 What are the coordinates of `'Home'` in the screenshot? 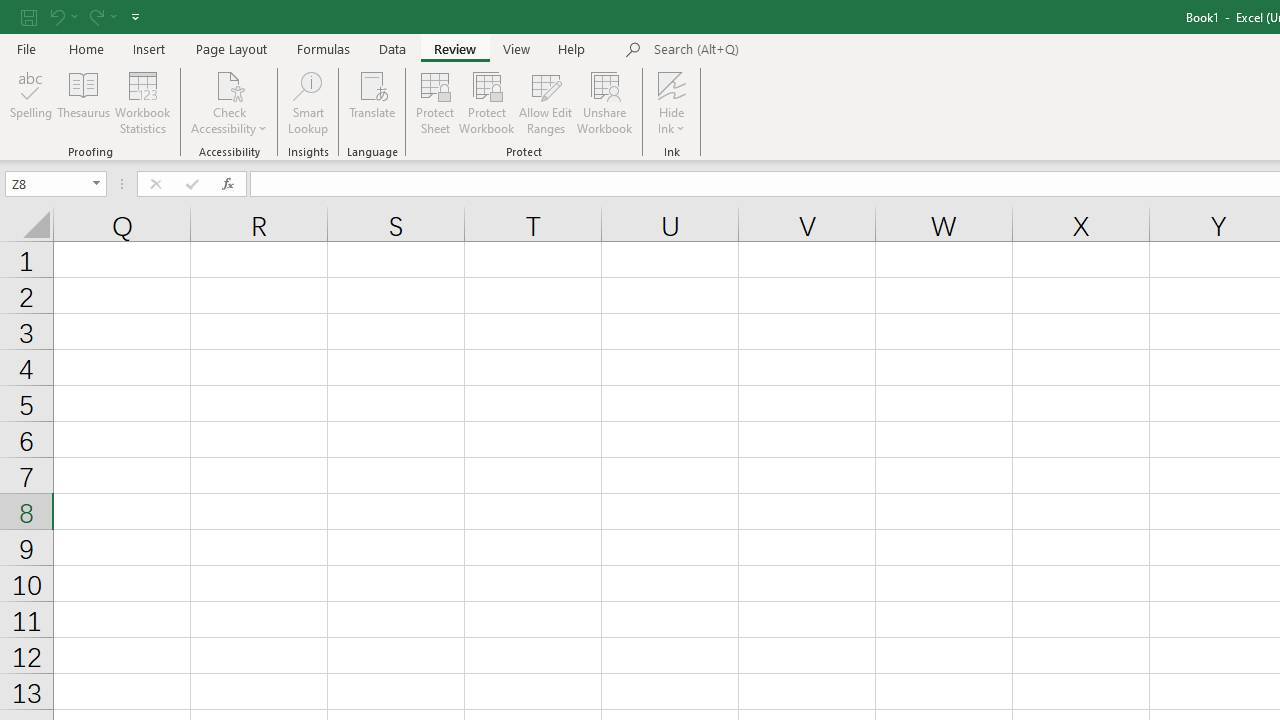 It's located at (85, 48).